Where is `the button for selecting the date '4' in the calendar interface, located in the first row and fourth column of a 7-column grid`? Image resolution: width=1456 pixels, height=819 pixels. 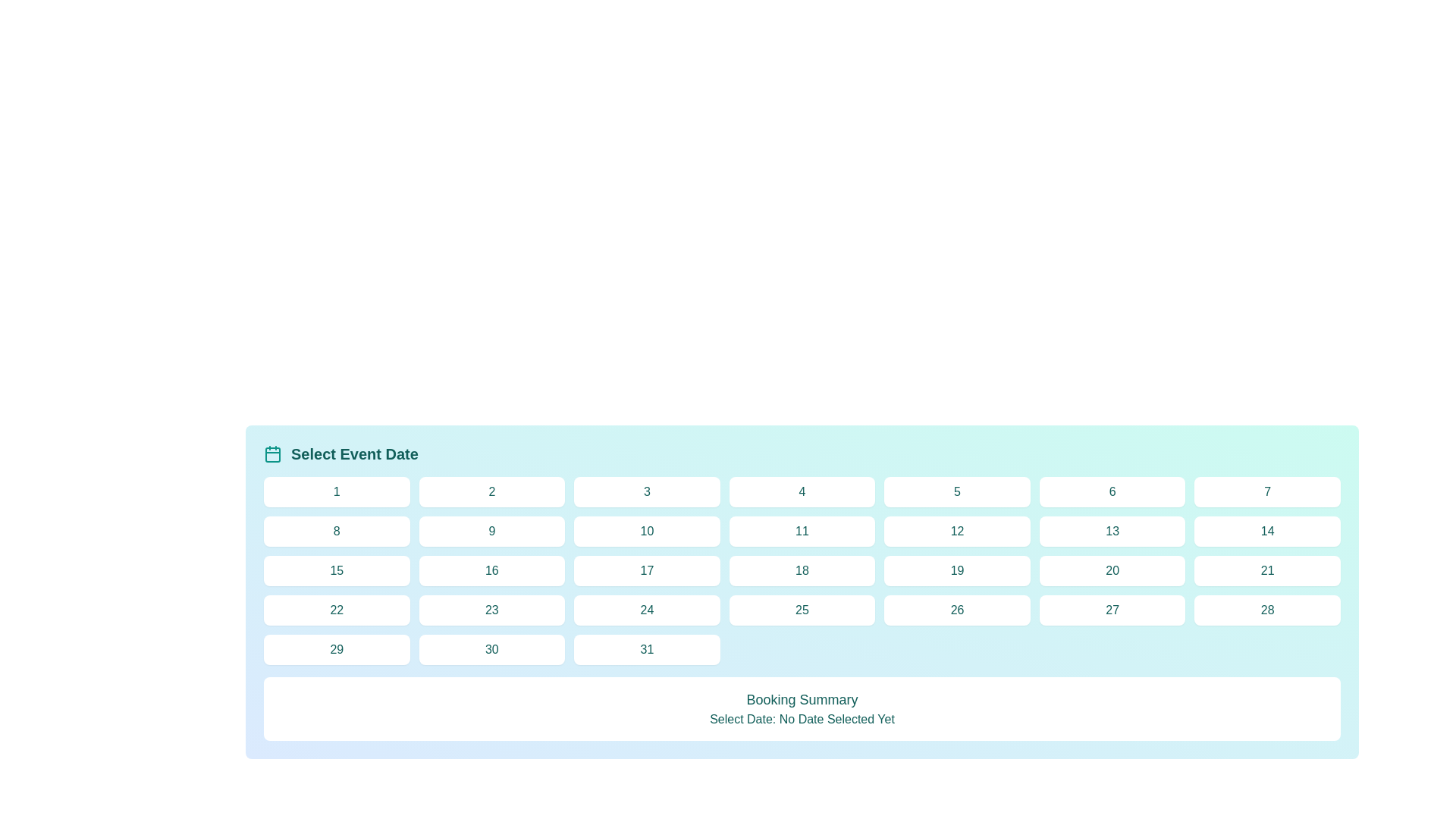 the button for selecting the date '4' in the calendar interface, located in the first row and fourth column of a 7-column grid is located at coordinates (801, 491).